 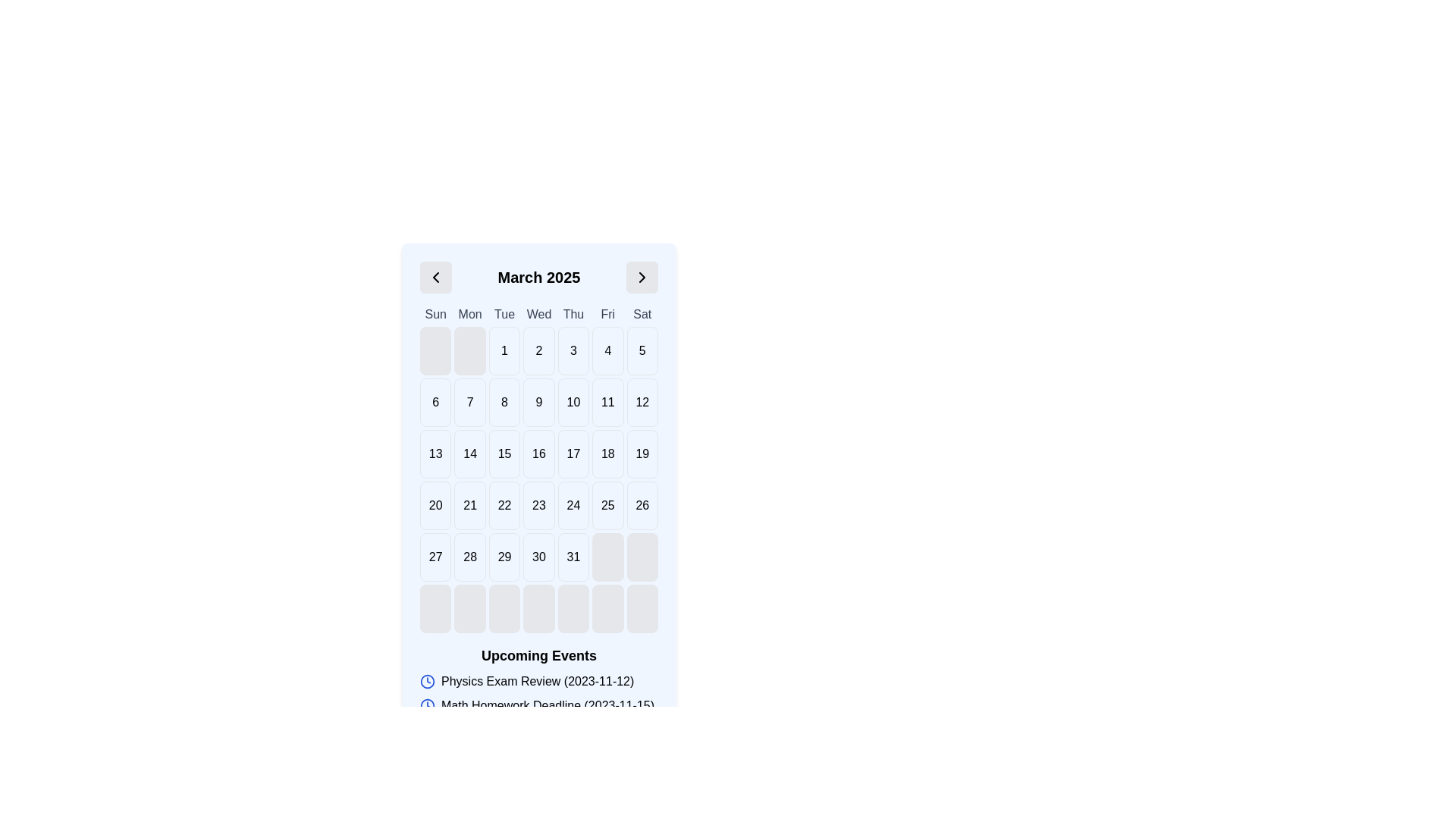 I want to click on the text box representing the fourth day of the month in the calendar grid, located beneath 'Fri', so click(x=607, y=350).